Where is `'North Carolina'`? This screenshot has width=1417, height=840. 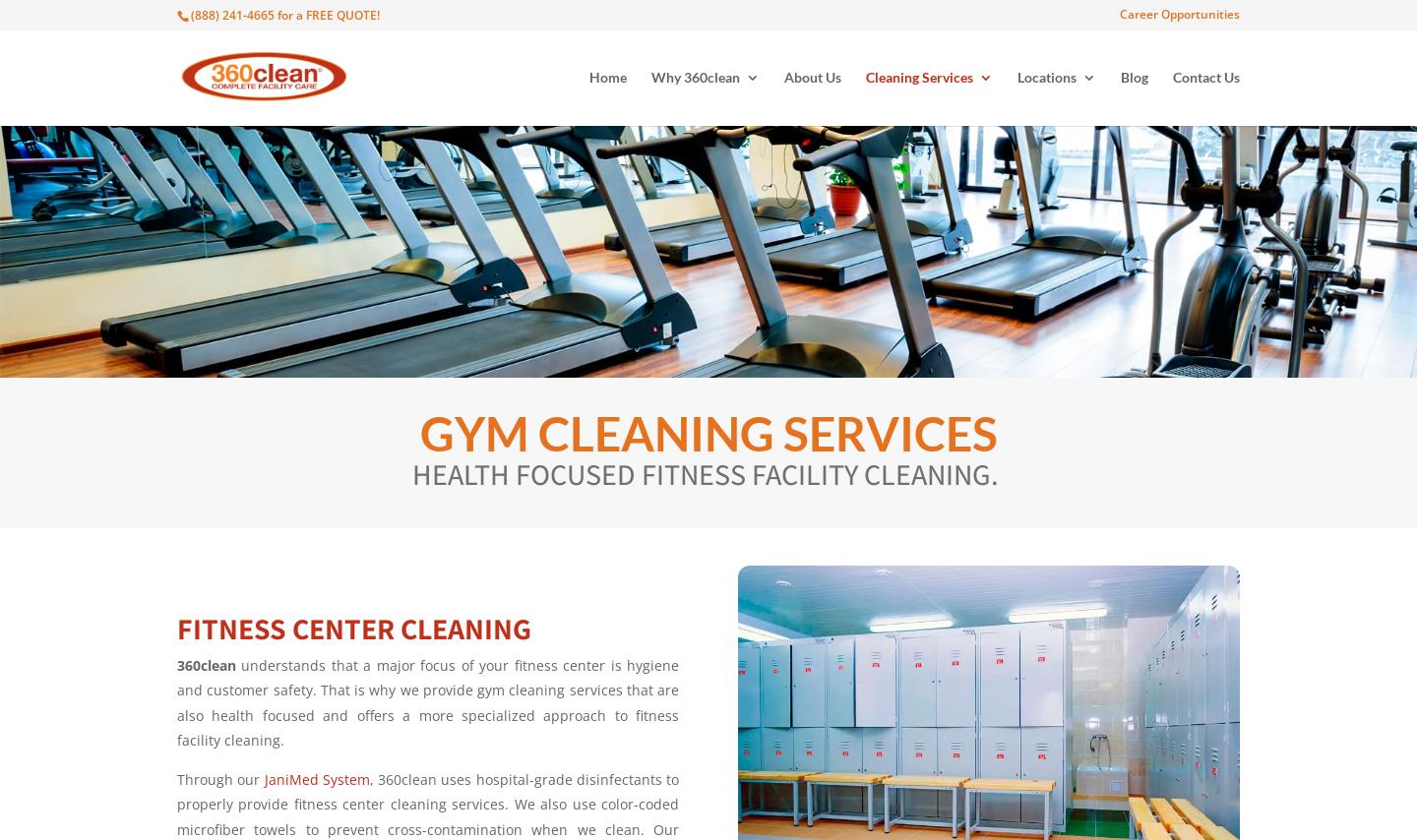
'North Carolina' is located at coordinates (1056, 403).